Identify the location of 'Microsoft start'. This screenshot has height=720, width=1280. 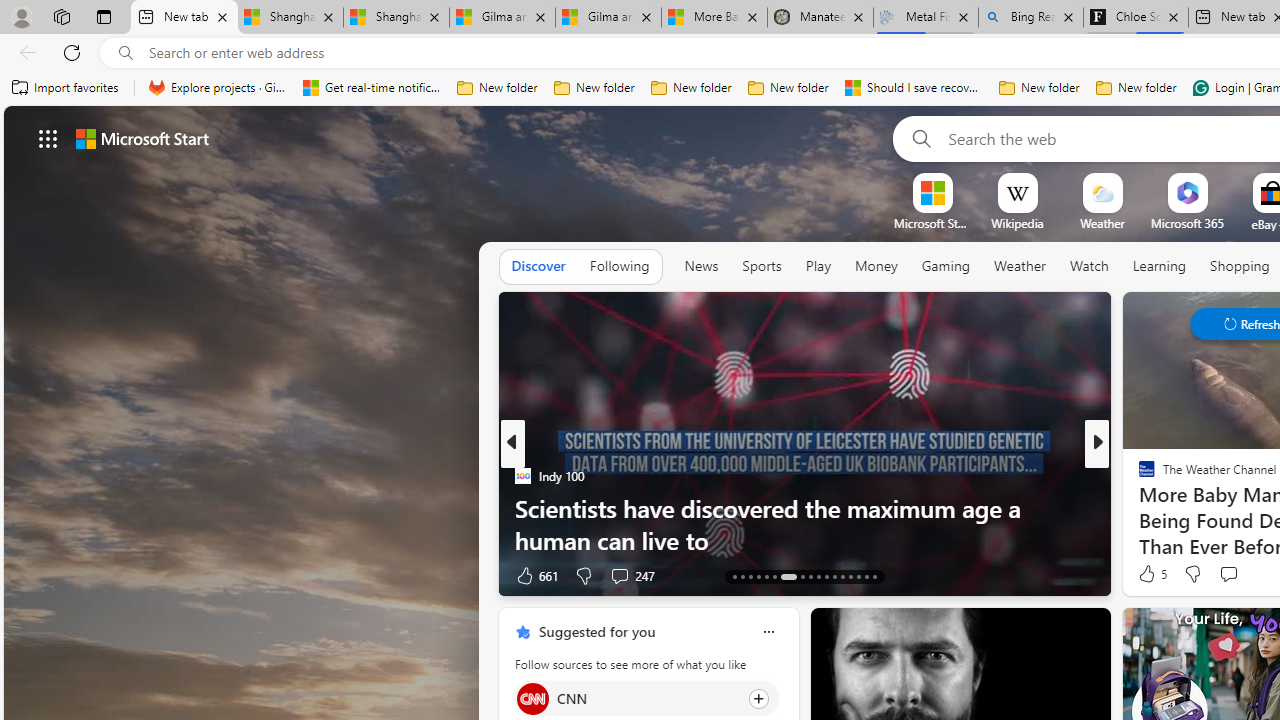
(141, 137).